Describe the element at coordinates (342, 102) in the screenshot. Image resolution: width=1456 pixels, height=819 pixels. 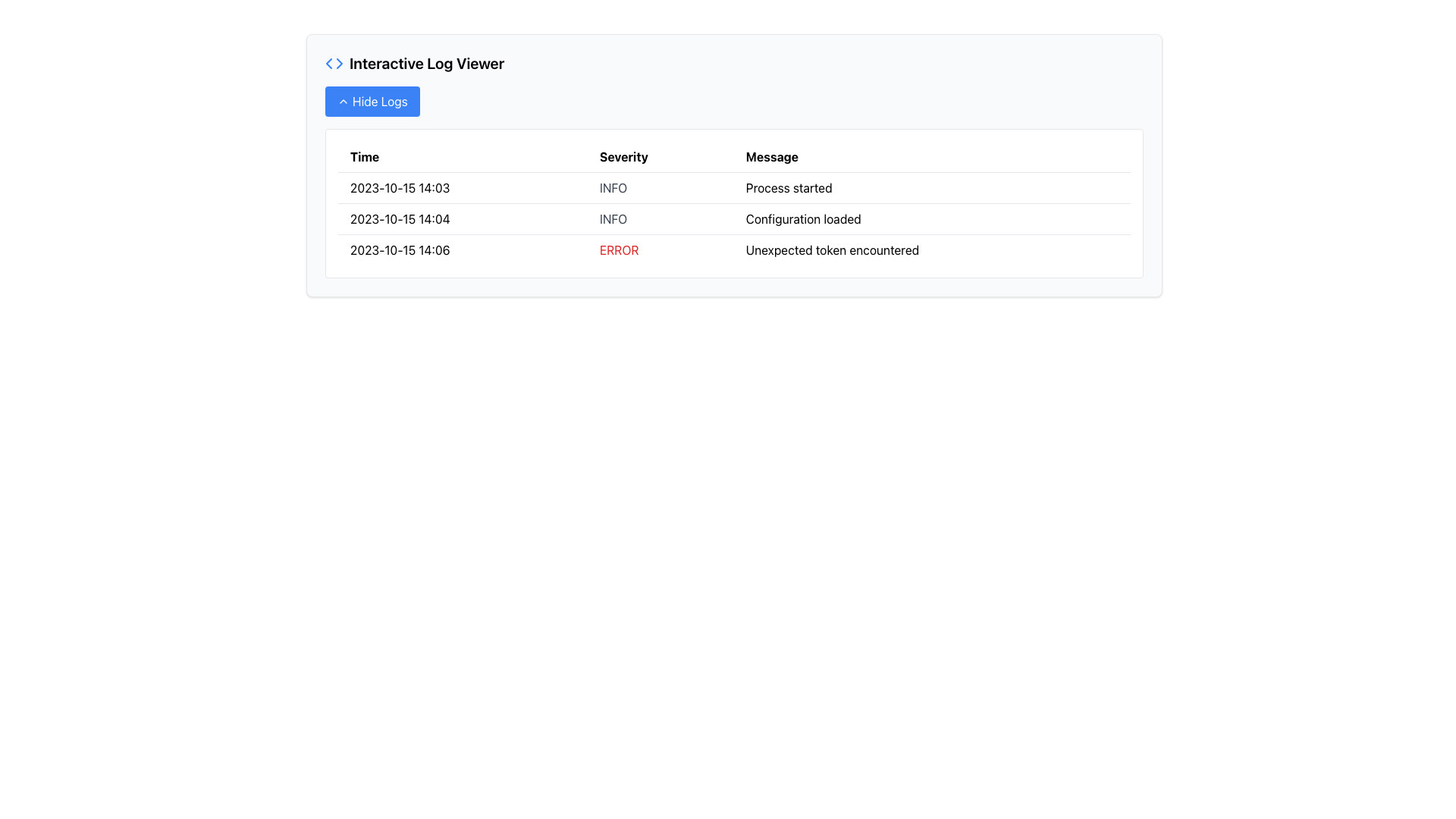
I see `the chevron icon located to the left of the 'Hide Logs' text within the blue button at the top-left section of the log viewer interface` at that location.